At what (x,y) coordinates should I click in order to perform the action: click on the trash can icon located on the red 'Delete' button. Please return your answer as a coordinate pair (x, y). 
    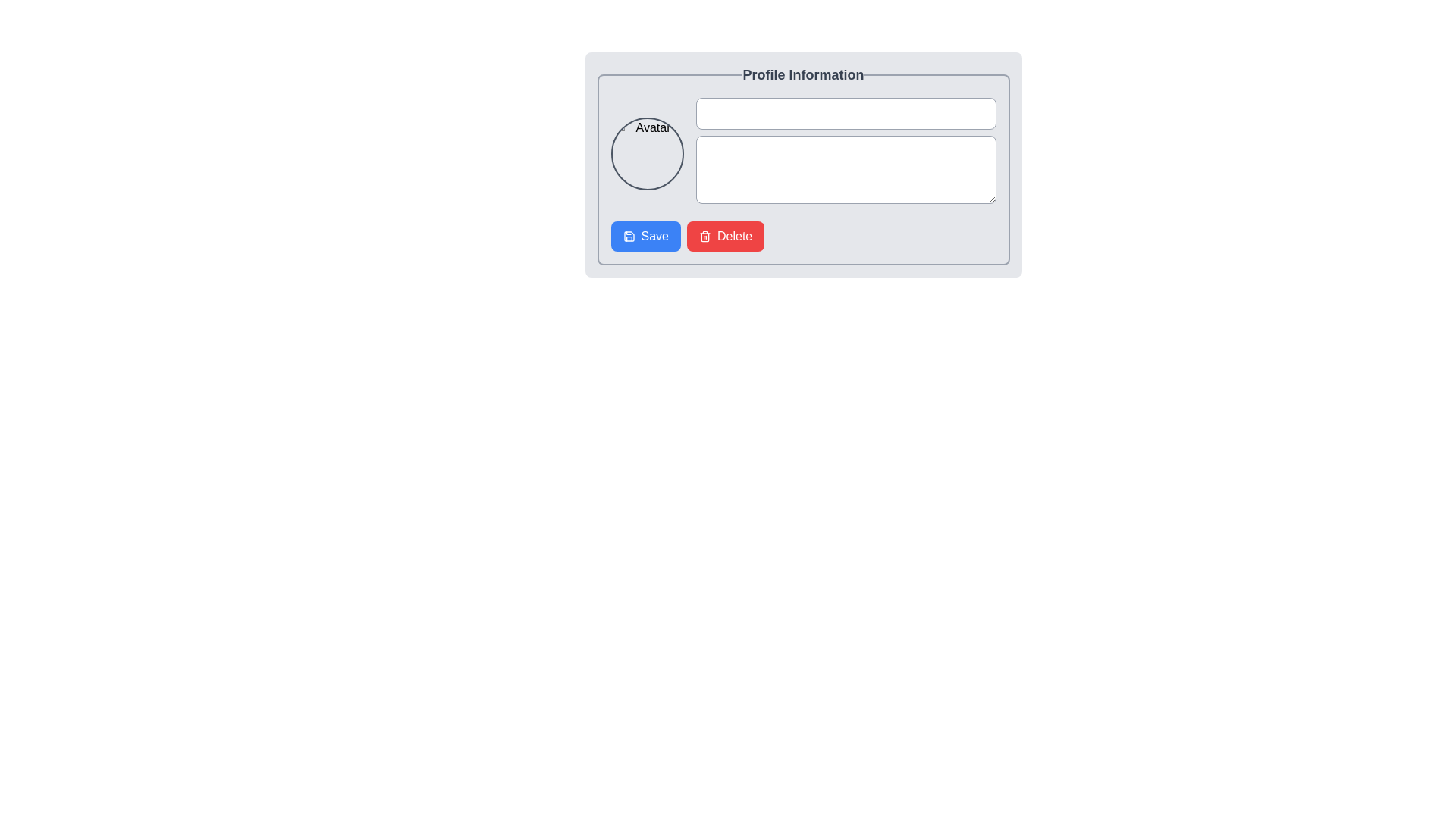
    Looking at the image, I should click on (704, 237).